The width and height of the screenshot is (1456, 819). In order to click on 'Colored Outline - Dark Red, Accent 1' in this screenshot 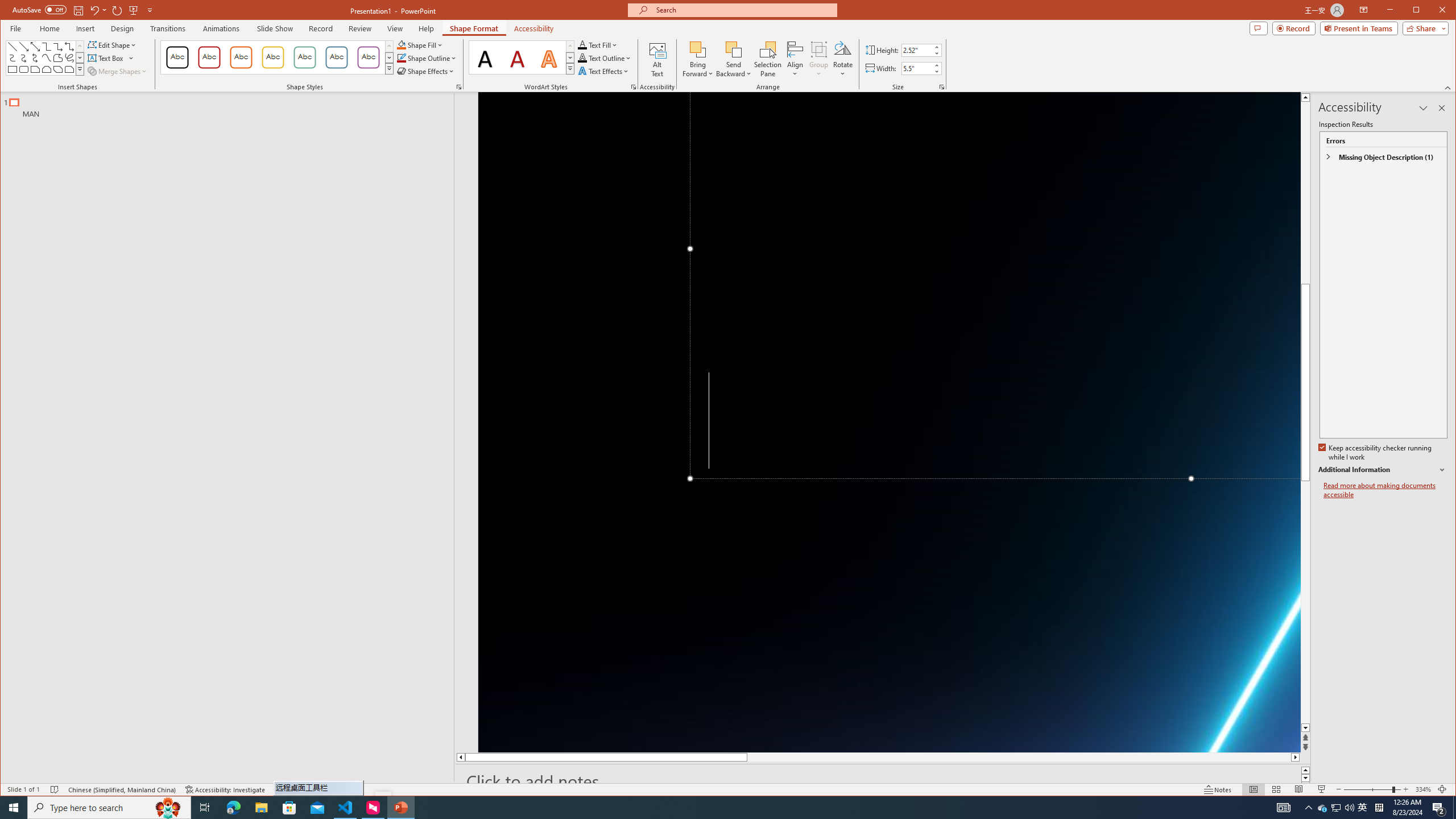, I will do `click(209, 57)`.